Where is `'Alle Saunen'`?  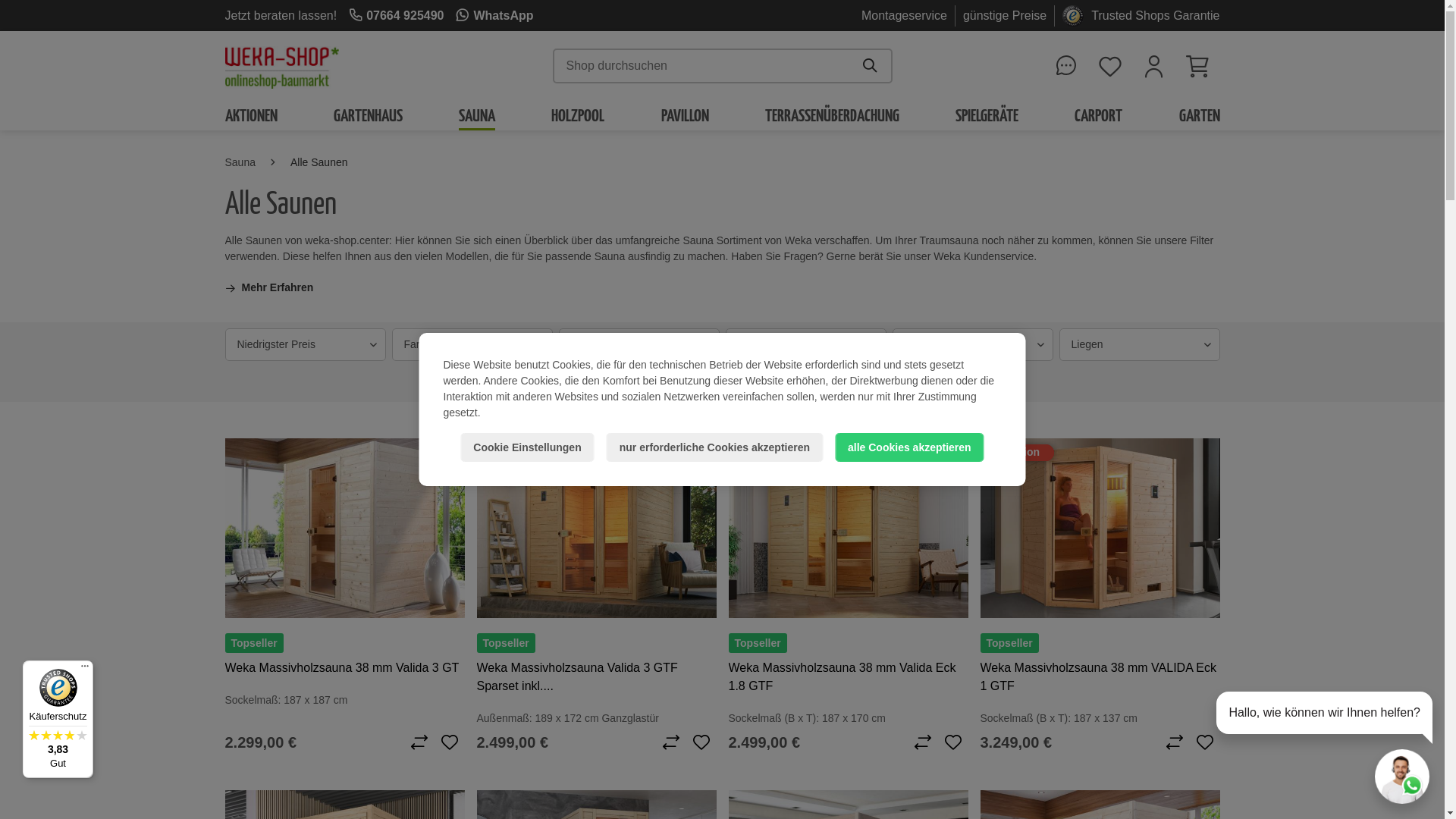 'Alle Saunen' is located at coordinates (318, 162).